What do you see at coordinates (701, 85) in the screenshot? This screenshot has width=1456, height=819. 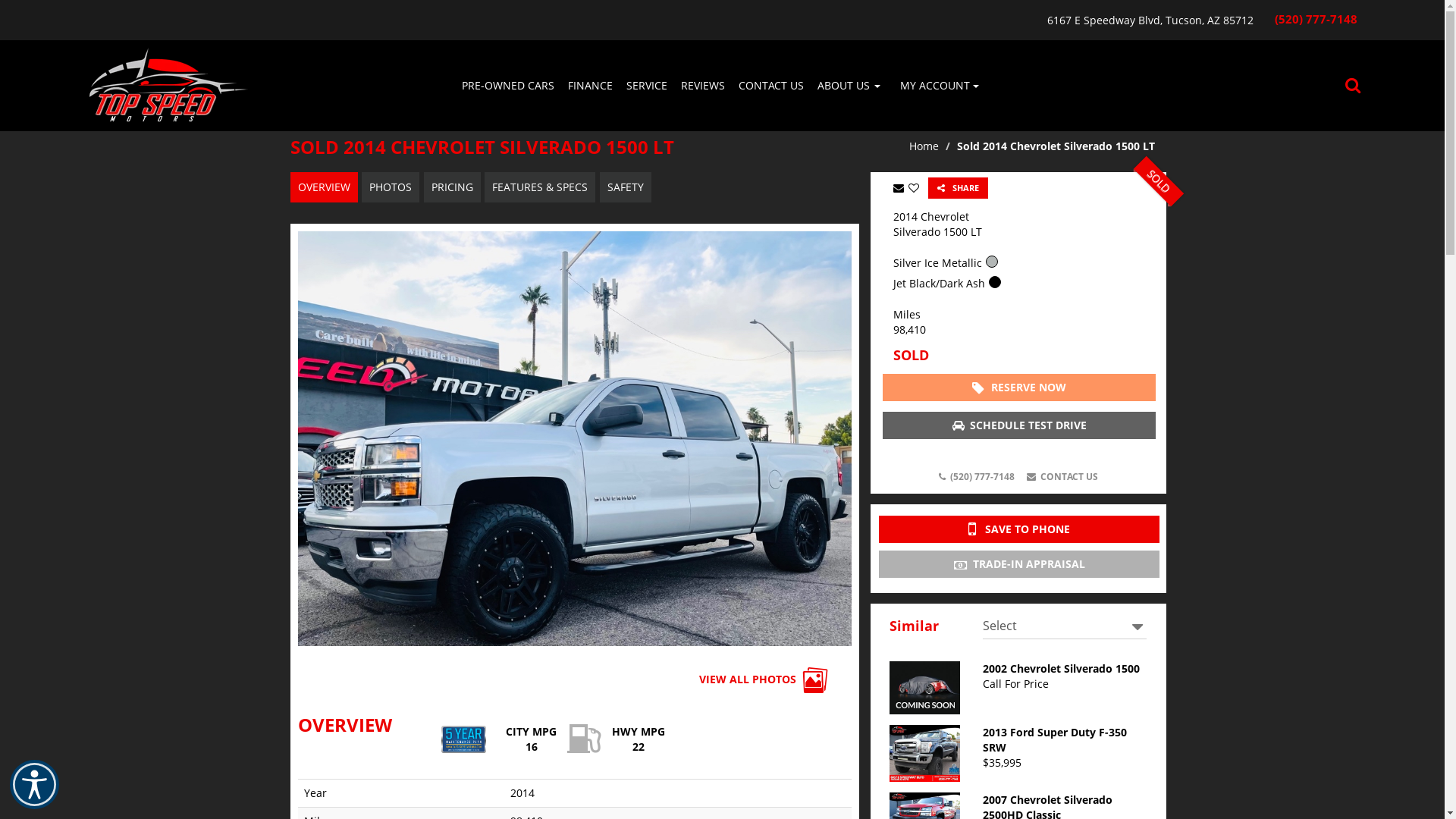 I see `'REVIEWS'` at bounding box center [701, 85].